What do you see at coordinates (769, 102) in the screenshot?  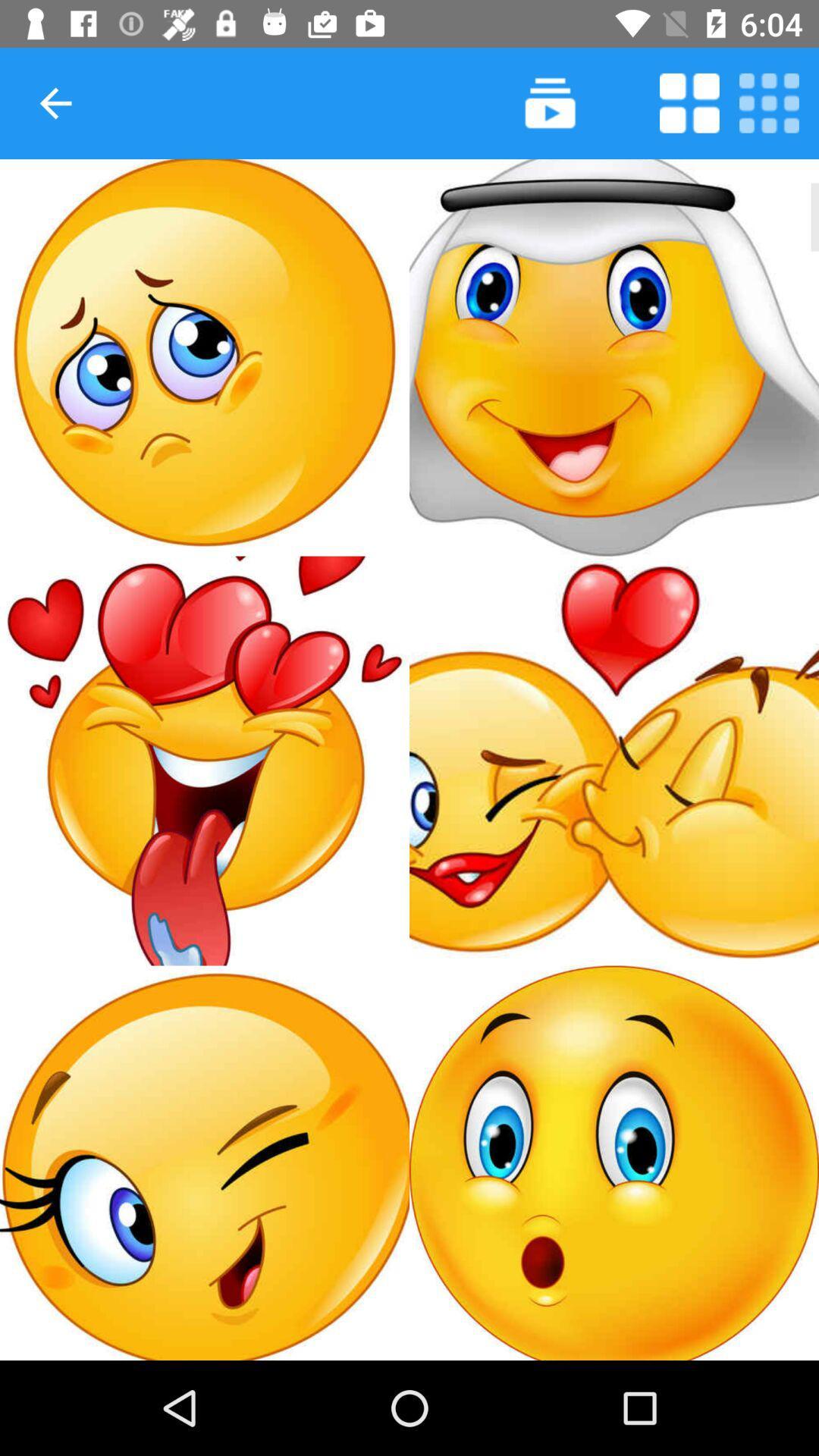 I see `autoplay option` at bounding box center [769, 102].